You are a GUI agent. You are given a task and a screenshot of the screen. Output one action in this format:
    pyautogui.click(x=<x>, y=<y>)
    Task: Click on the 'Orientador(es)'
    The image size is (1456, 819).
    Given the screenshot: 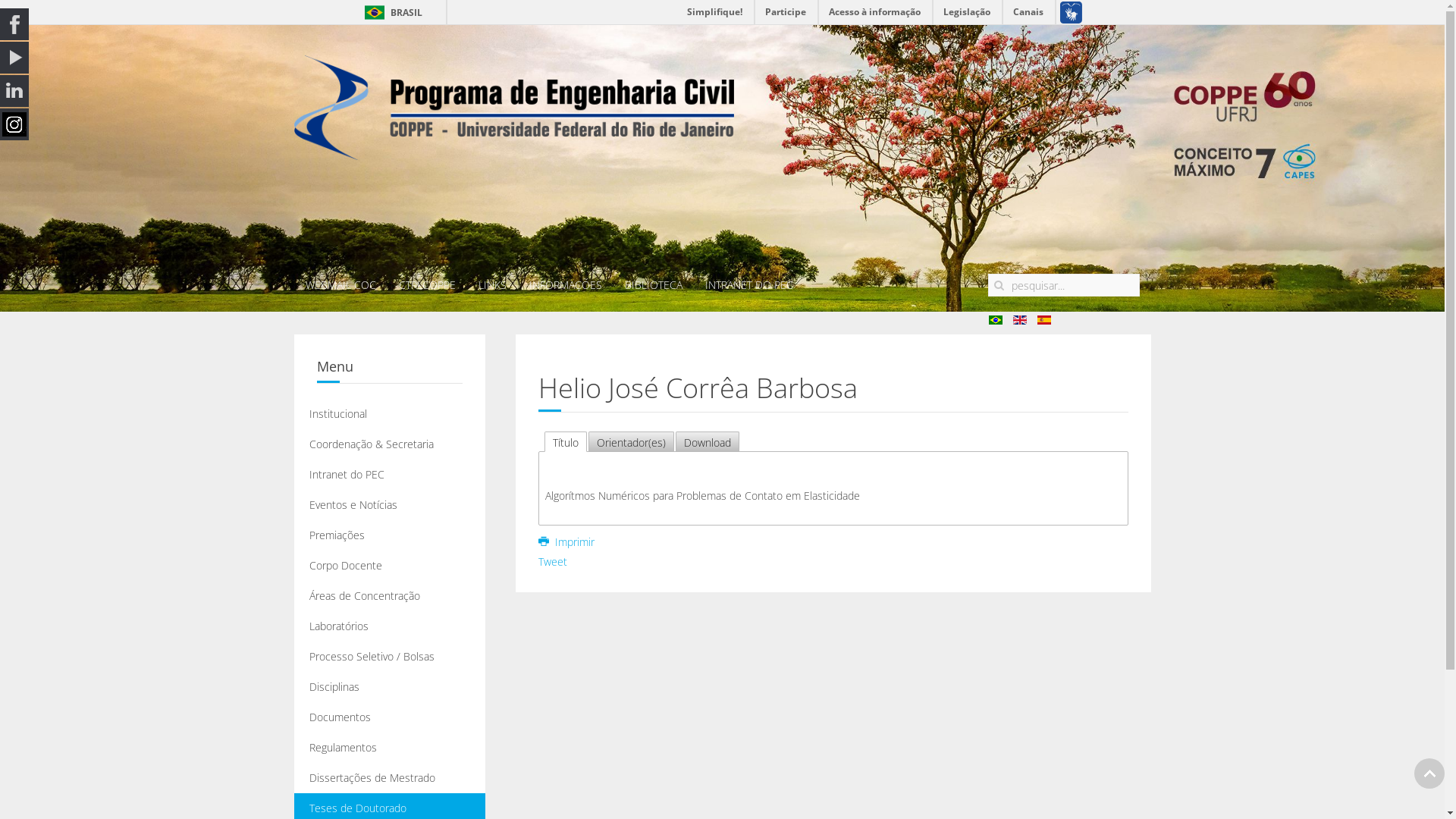 What is the action you would take?
    pyautogui.click(x=631, y=441)
    